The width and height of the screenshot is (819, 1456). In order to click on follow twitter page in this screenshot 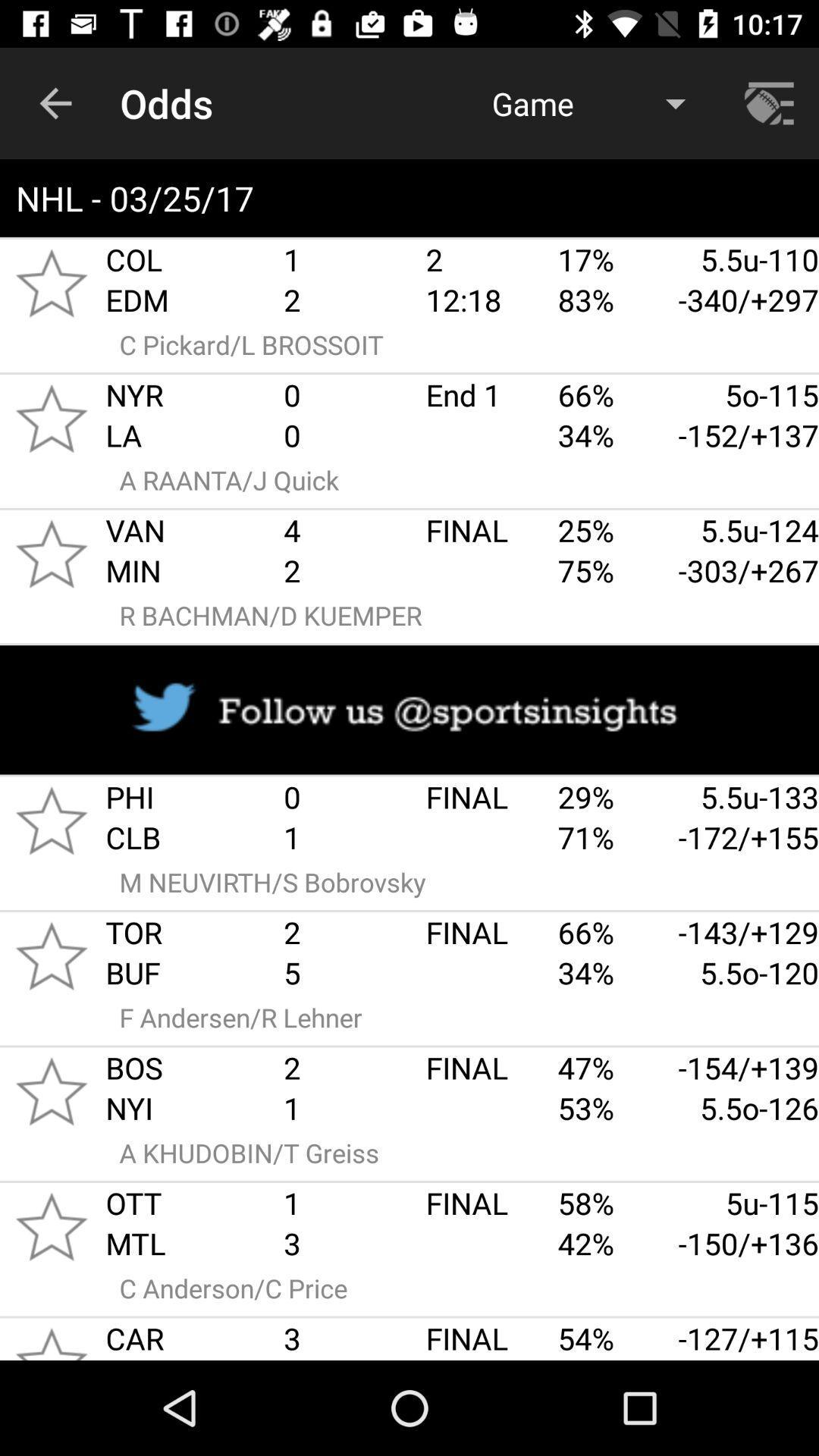, I will do `click(409, 709)`.